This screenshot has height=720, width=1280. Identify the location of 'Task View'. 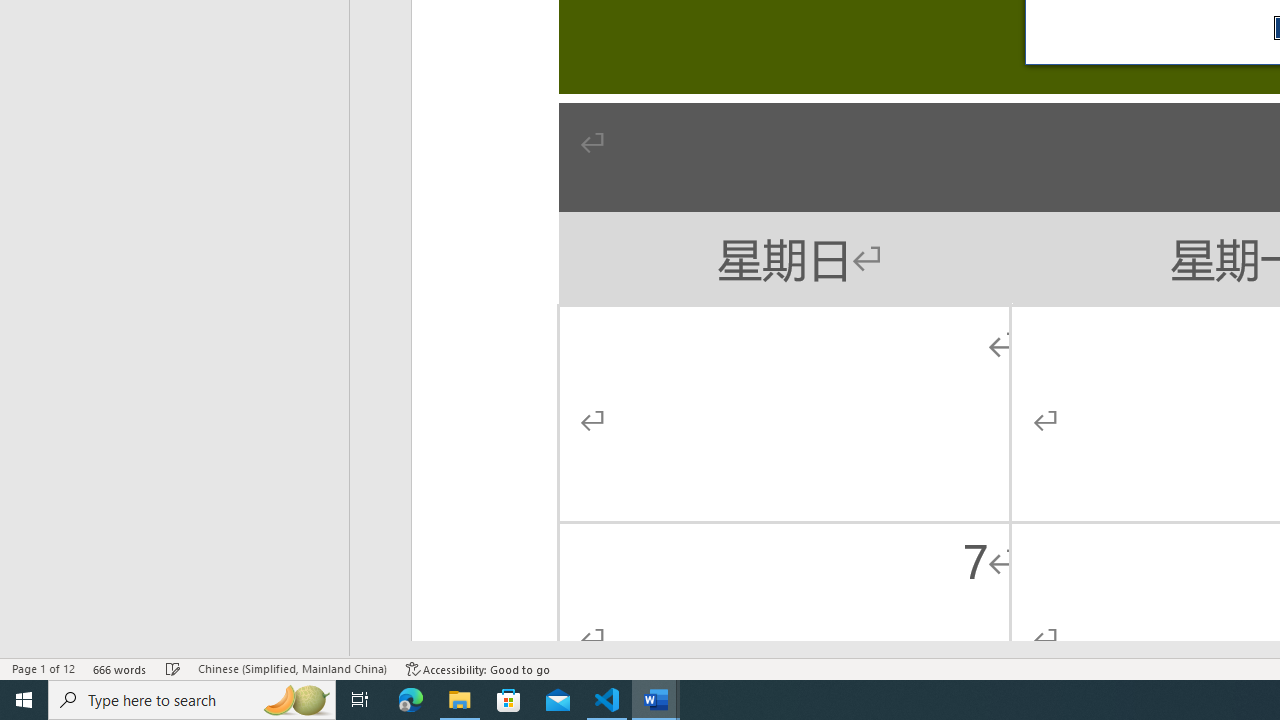
(359, 698).